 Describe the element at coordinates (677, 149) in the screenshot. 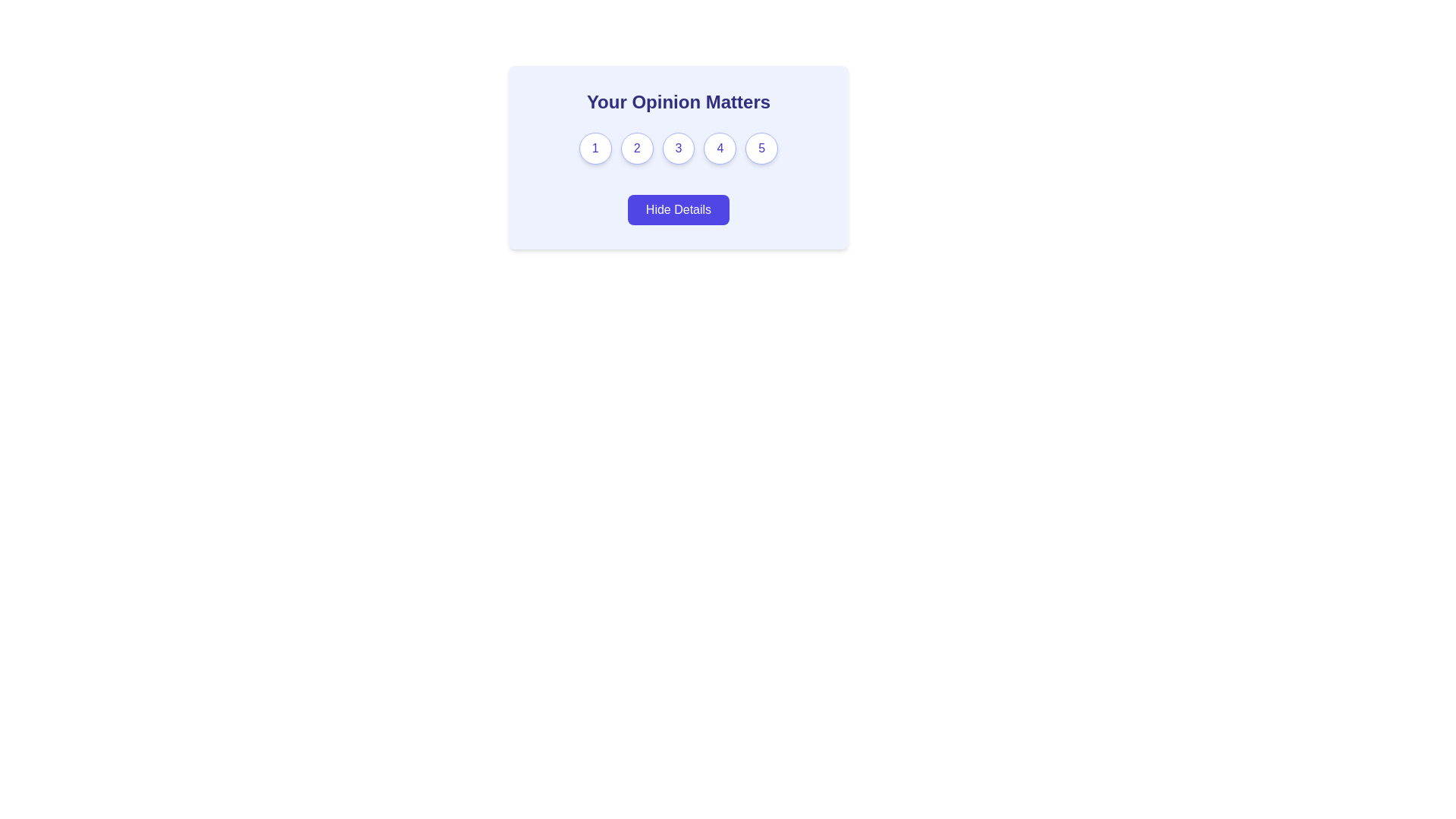

I see `the individual button in the group of round buttons containing numbers from 1 to 5, which is centered in the modal below the heading 'Your Opinion Matters'` at that location.